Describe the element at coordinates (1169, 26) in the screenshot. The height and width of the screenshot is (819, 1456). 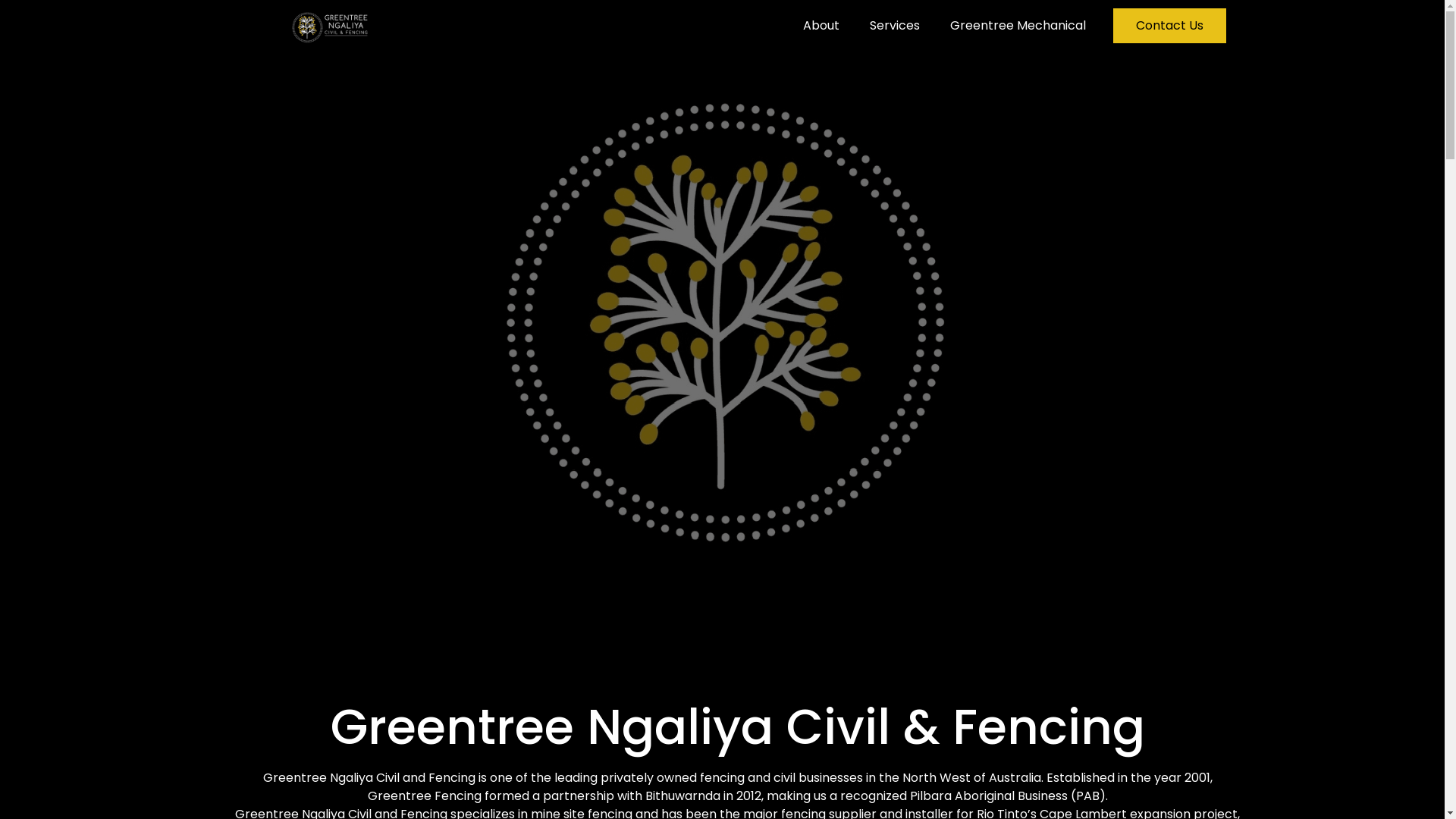
I see `'Contact Us'` at that location.